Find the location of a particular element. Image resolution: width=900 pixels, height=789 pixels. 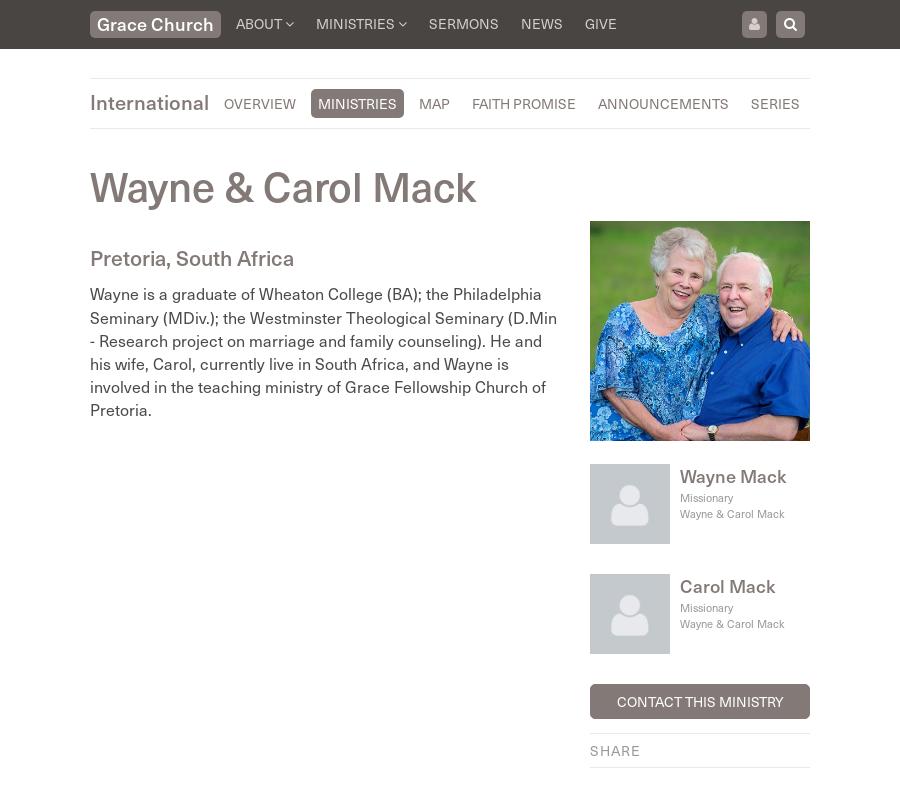

'Announcements' is located at coordinates (597, 103).